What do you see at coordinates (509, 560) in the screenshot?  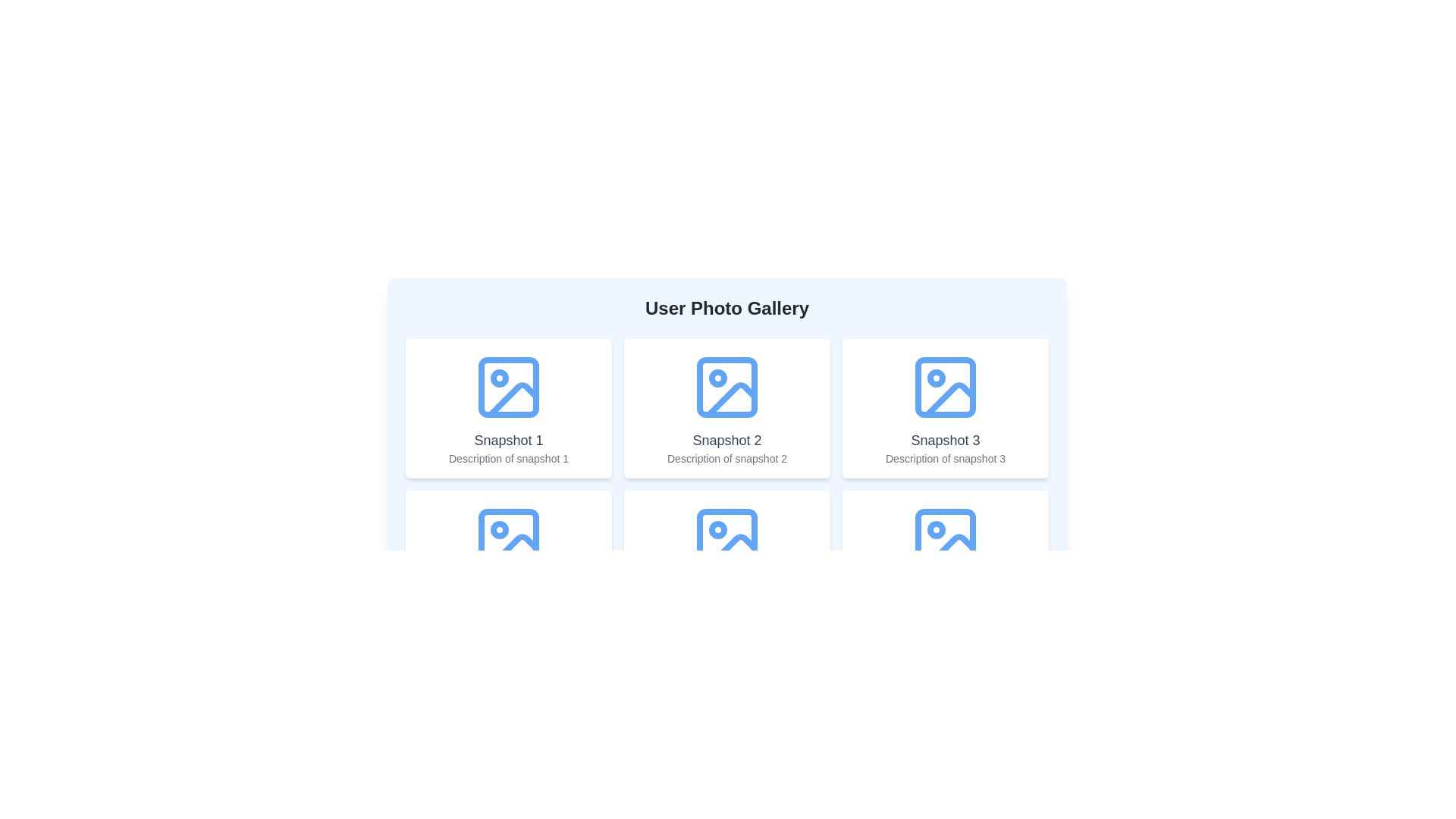 I see `the Card located in the second row, first column of the gallery layout` at bounding box center [509, 560].